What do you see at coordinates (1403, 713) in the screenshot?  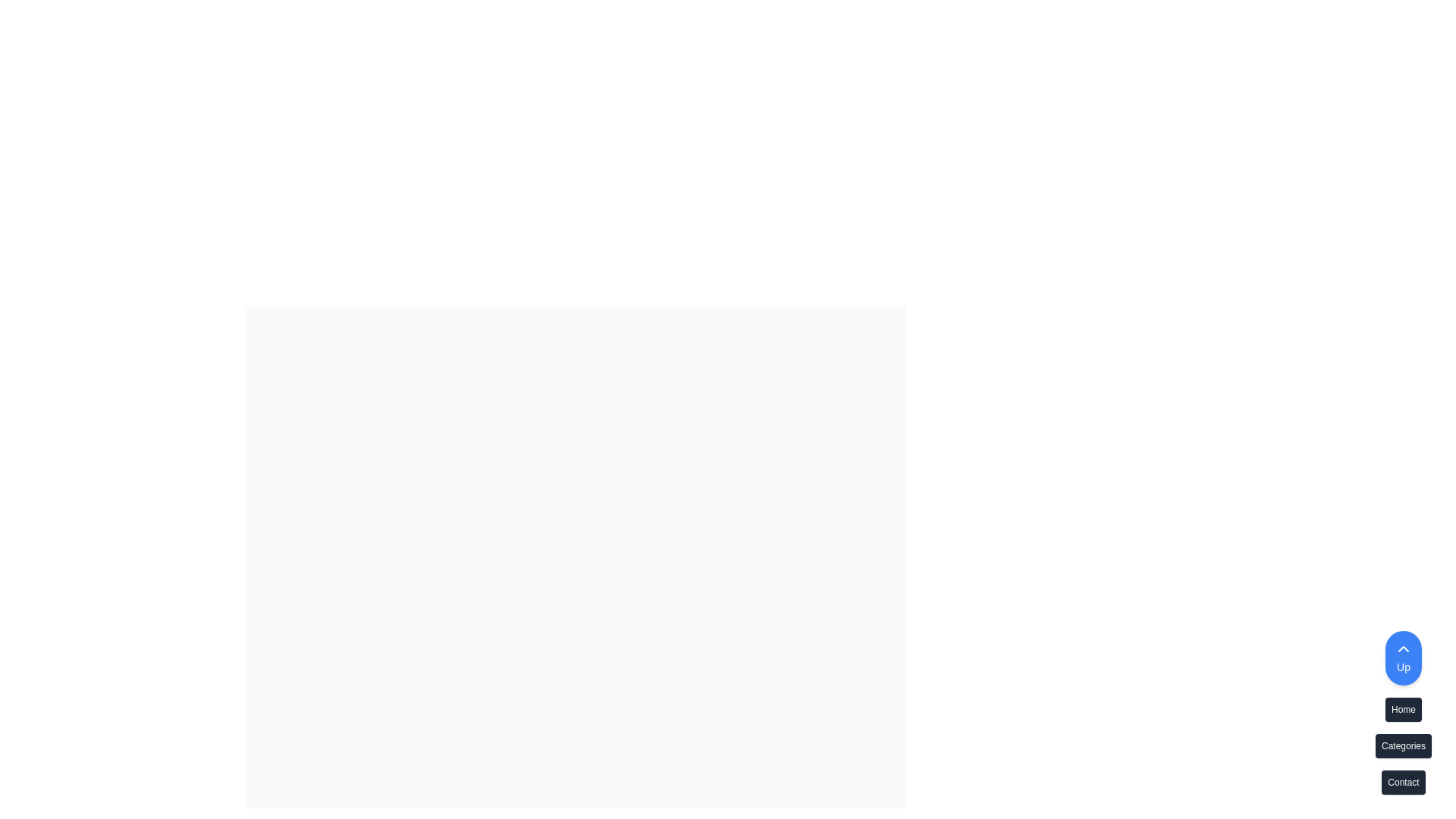 I see `the 'Home' button, a small dark gray button with white text, located below the blue 'Up' button in the vertical stack` at bounding box center [1403, 713].